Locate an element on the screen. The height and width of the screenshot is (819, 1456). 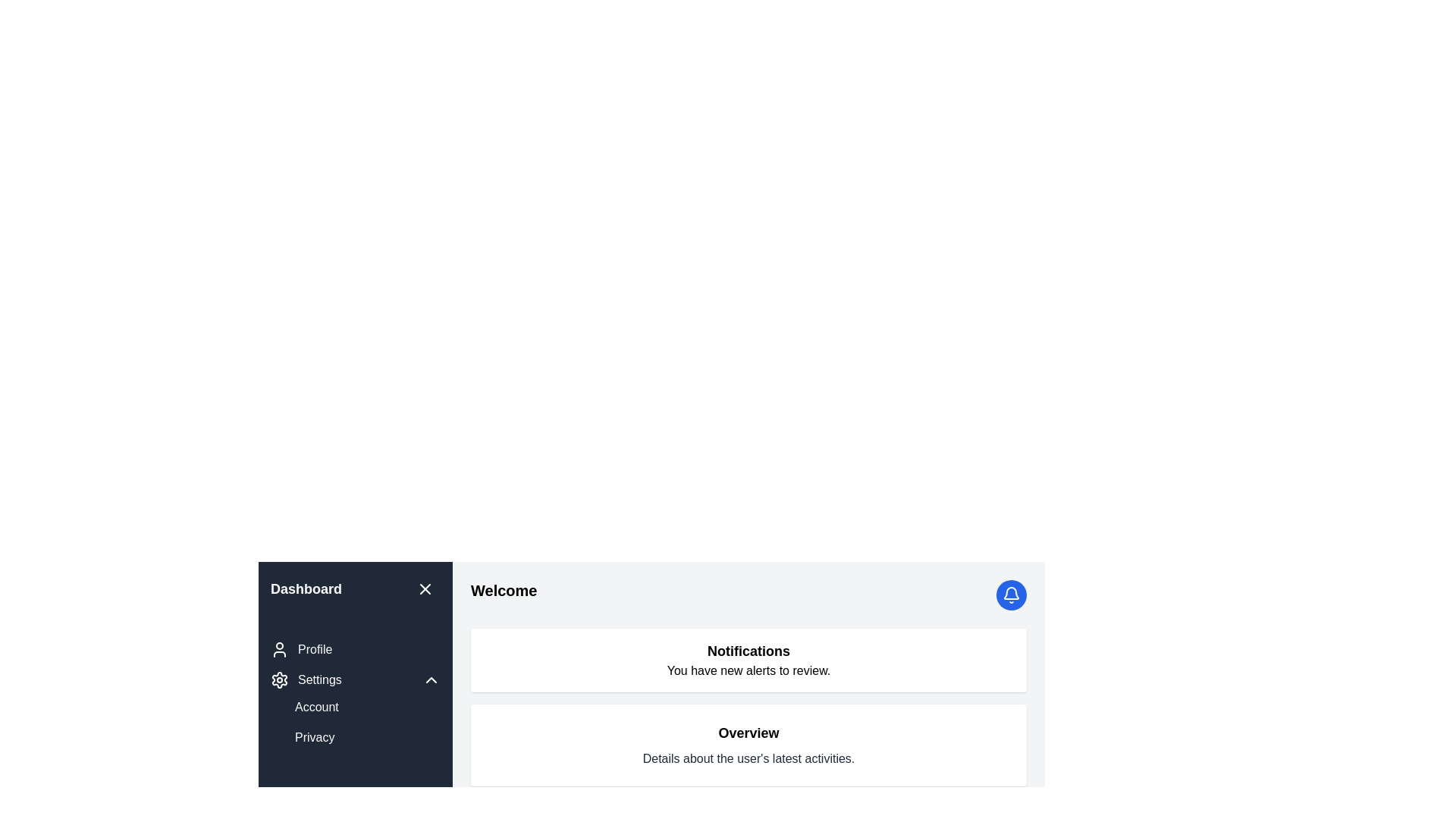
the upward-pointing chevron icon located within the 'Settings' sidebar menu is located at coordinates (431, 679).